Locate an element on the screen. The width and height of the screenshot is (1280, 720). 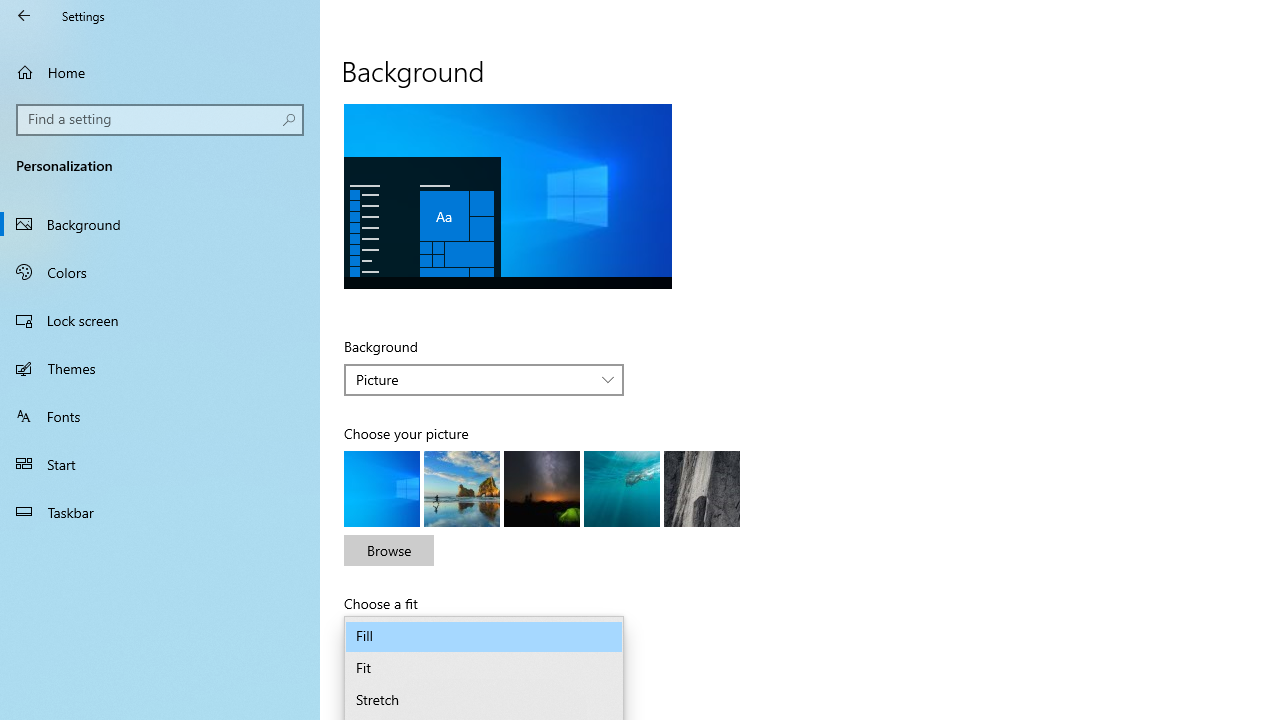
'Browse' is located at coordinates (389, 550).